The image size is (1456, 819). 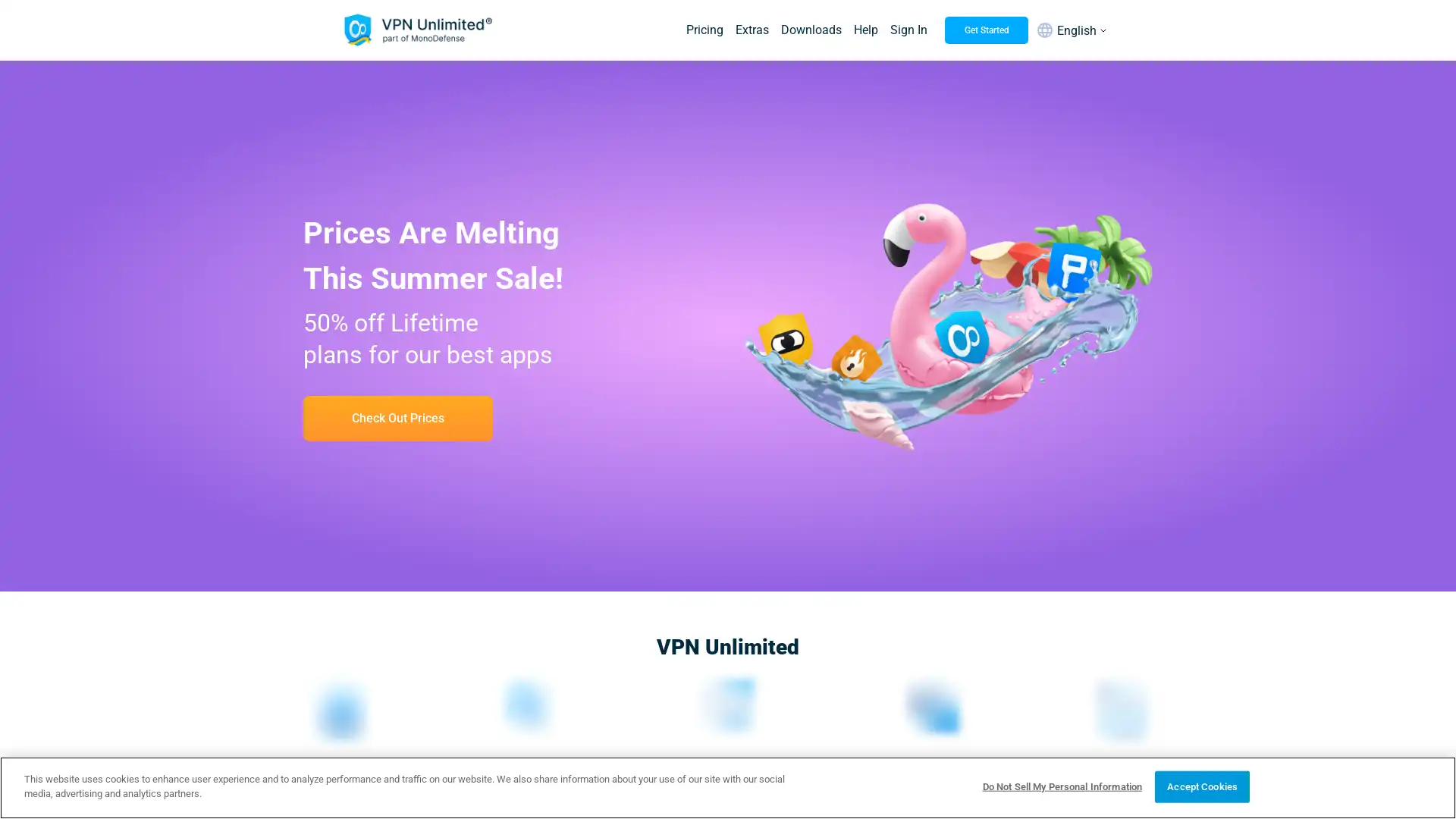 I want to click on Accept Cookies, so click(x=1201, y=786).